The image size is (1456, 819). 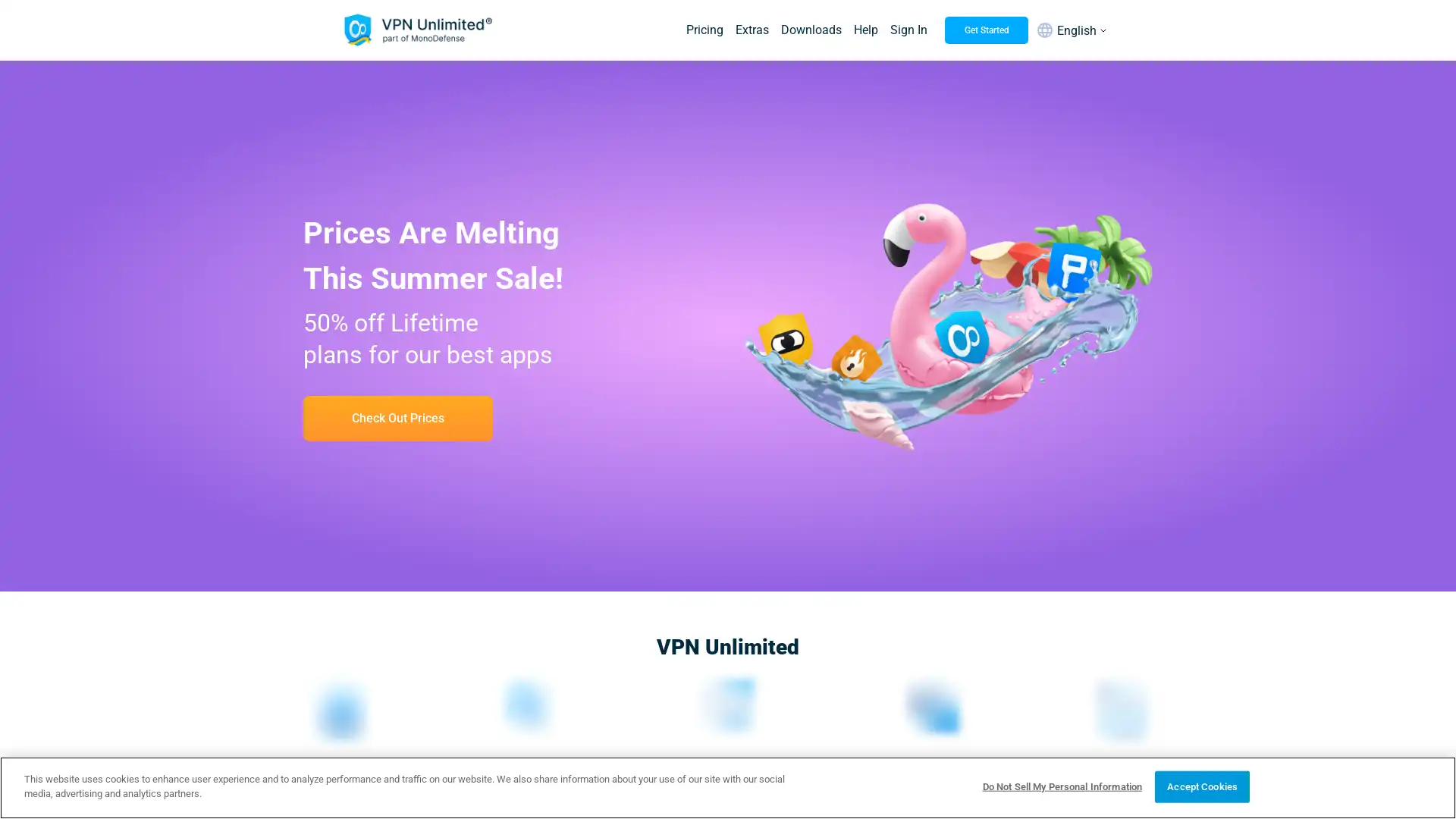 I want to click on Accept Cookies, so click(x=1201, y=786).